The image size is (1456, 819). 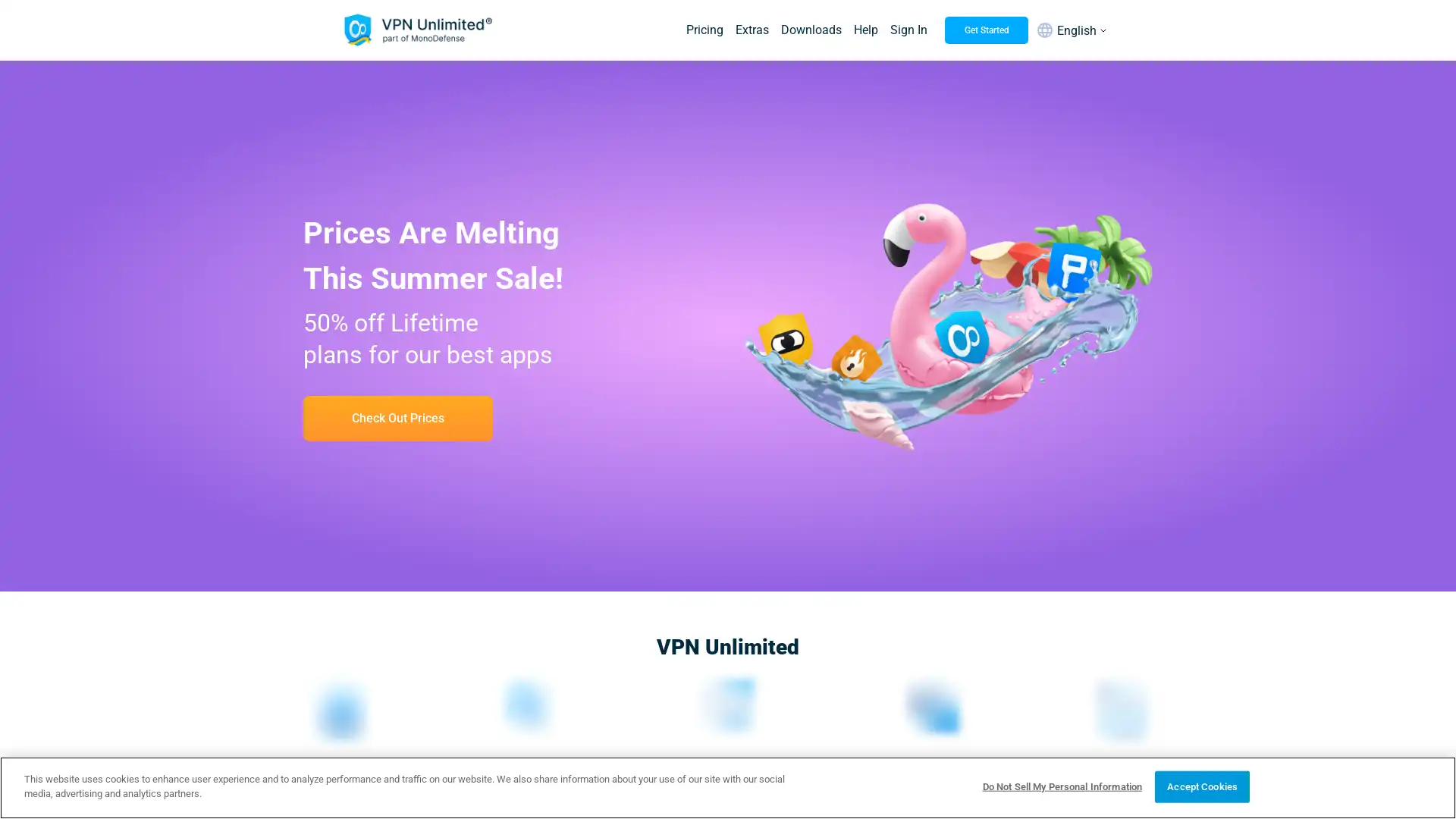 I want to click on Accept Cookies, so click(x=1201, y=786).